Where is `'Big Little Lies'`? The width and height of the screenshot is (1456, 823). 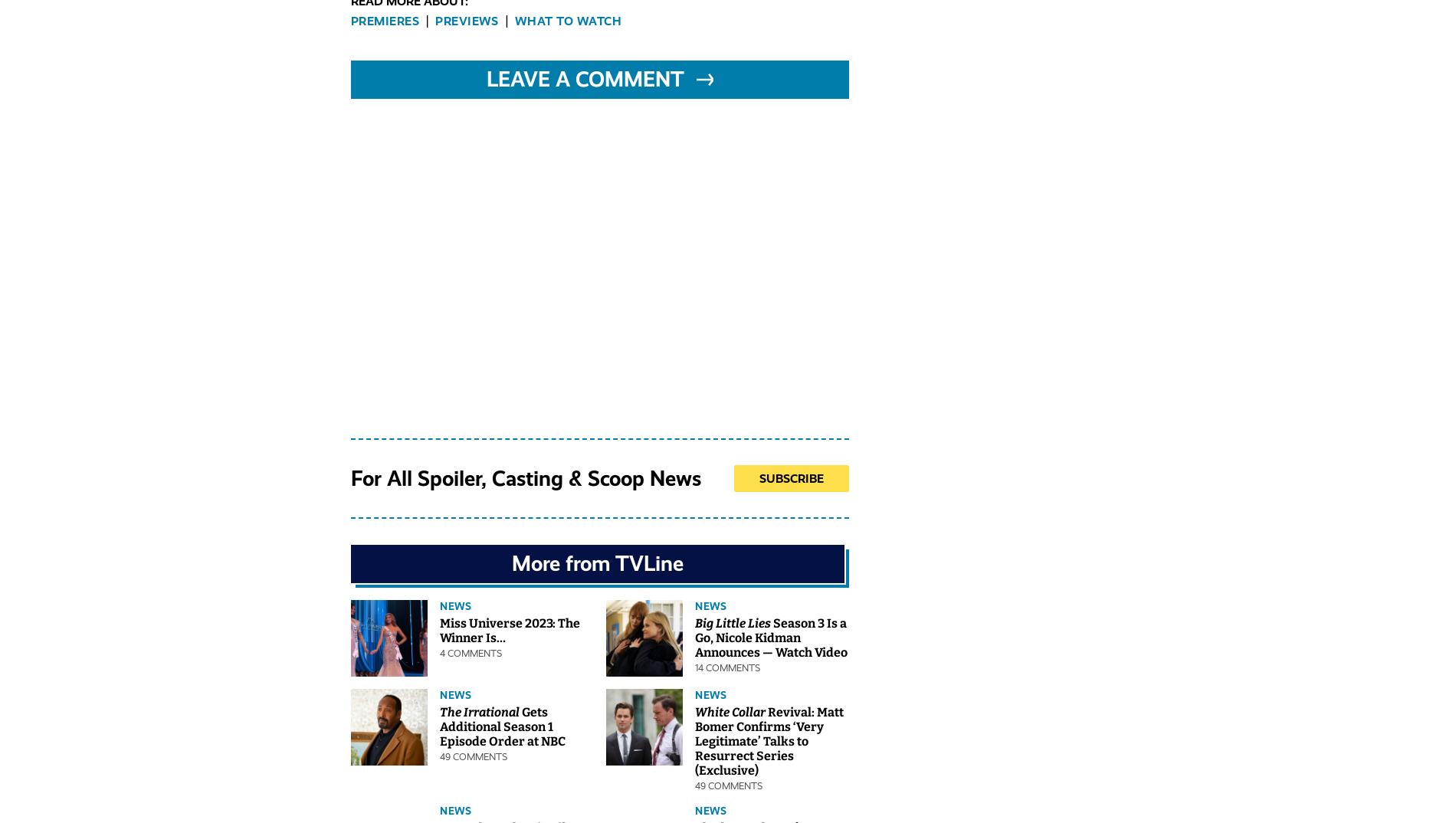 'Big Little Lies' is located at coordinates (733, 623).